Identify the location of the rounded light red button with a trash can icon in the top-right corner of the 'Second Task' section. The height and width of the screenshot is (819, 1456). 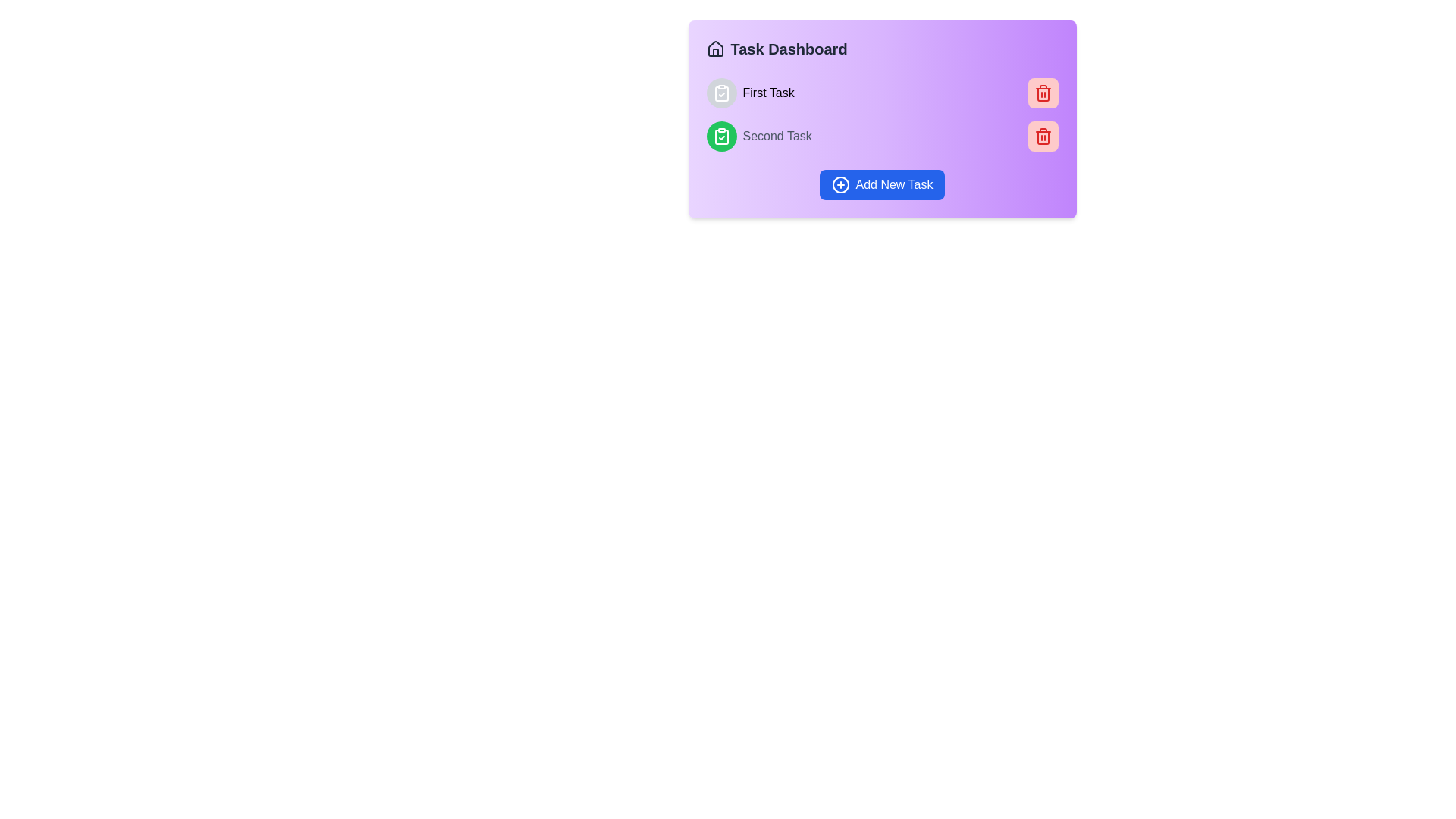
(1042, 136).